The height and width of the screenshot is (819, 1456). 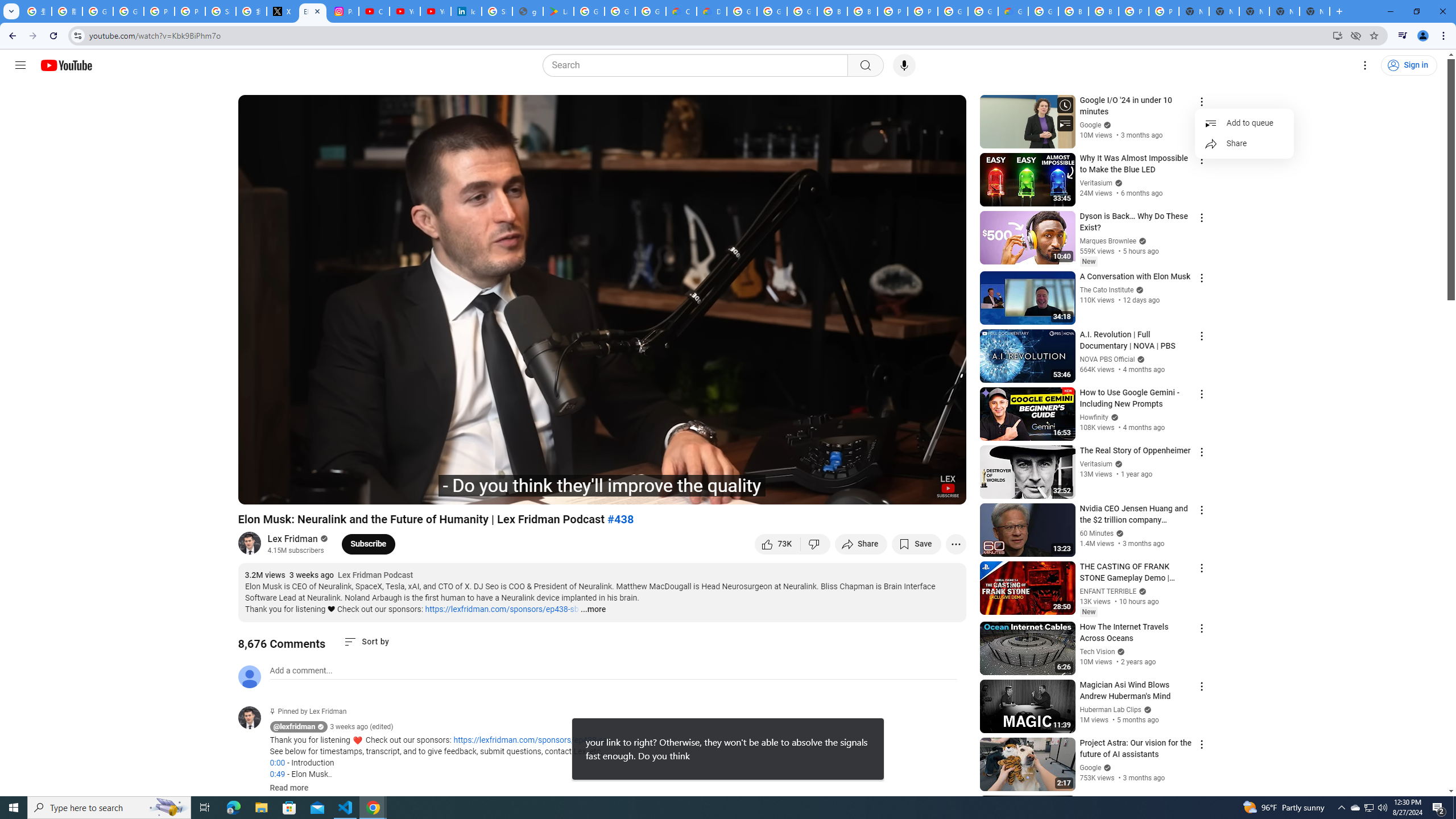 What do you see at coordinates (955, 543) in the screenshot?
I see `'More actions'` at bounding box center [955, 543].